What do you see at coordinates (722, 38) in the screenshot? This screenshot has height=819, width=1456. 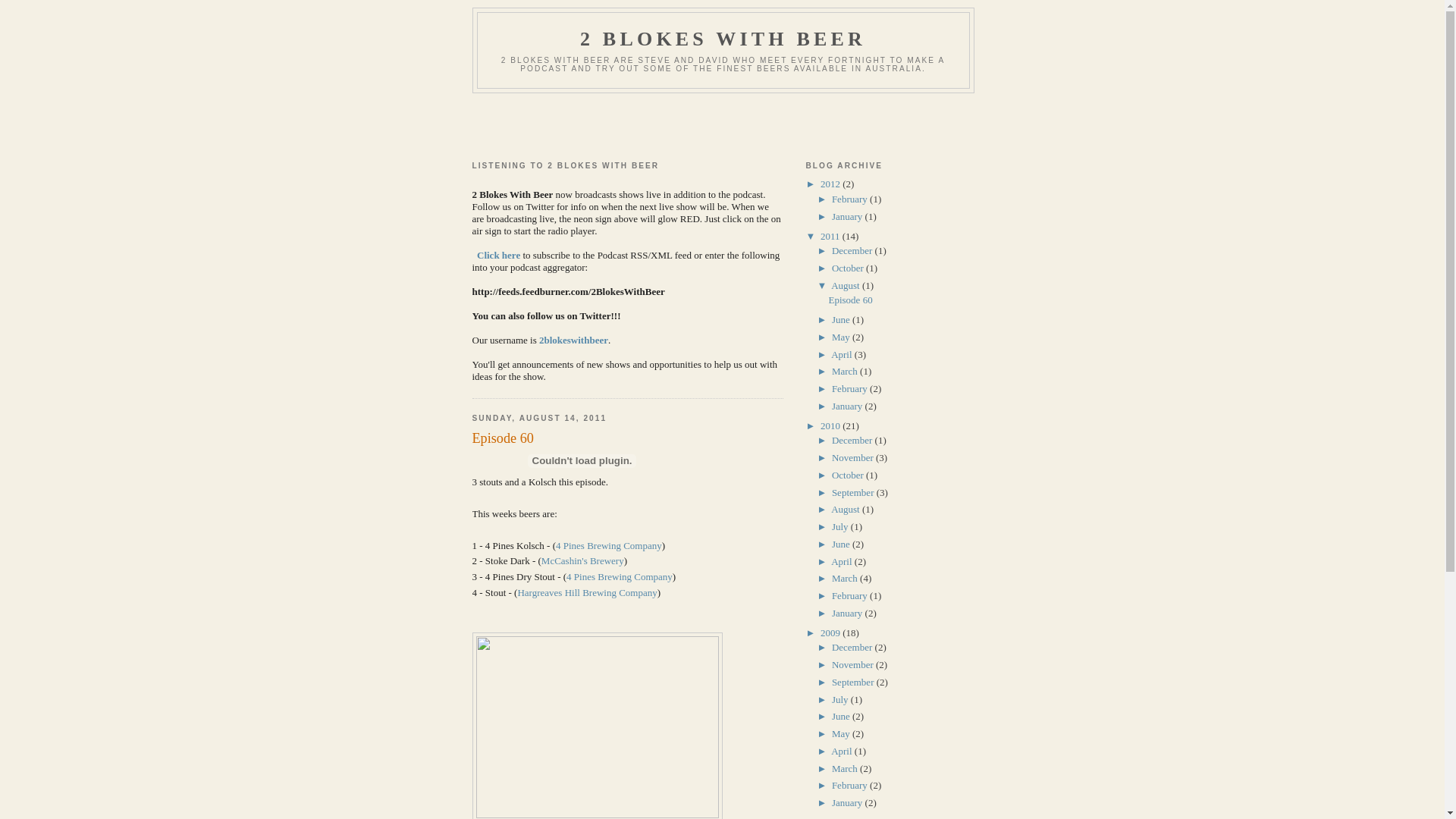 I see `'2 BLOKES WITH BEER'` at bounding box center [722, 38].